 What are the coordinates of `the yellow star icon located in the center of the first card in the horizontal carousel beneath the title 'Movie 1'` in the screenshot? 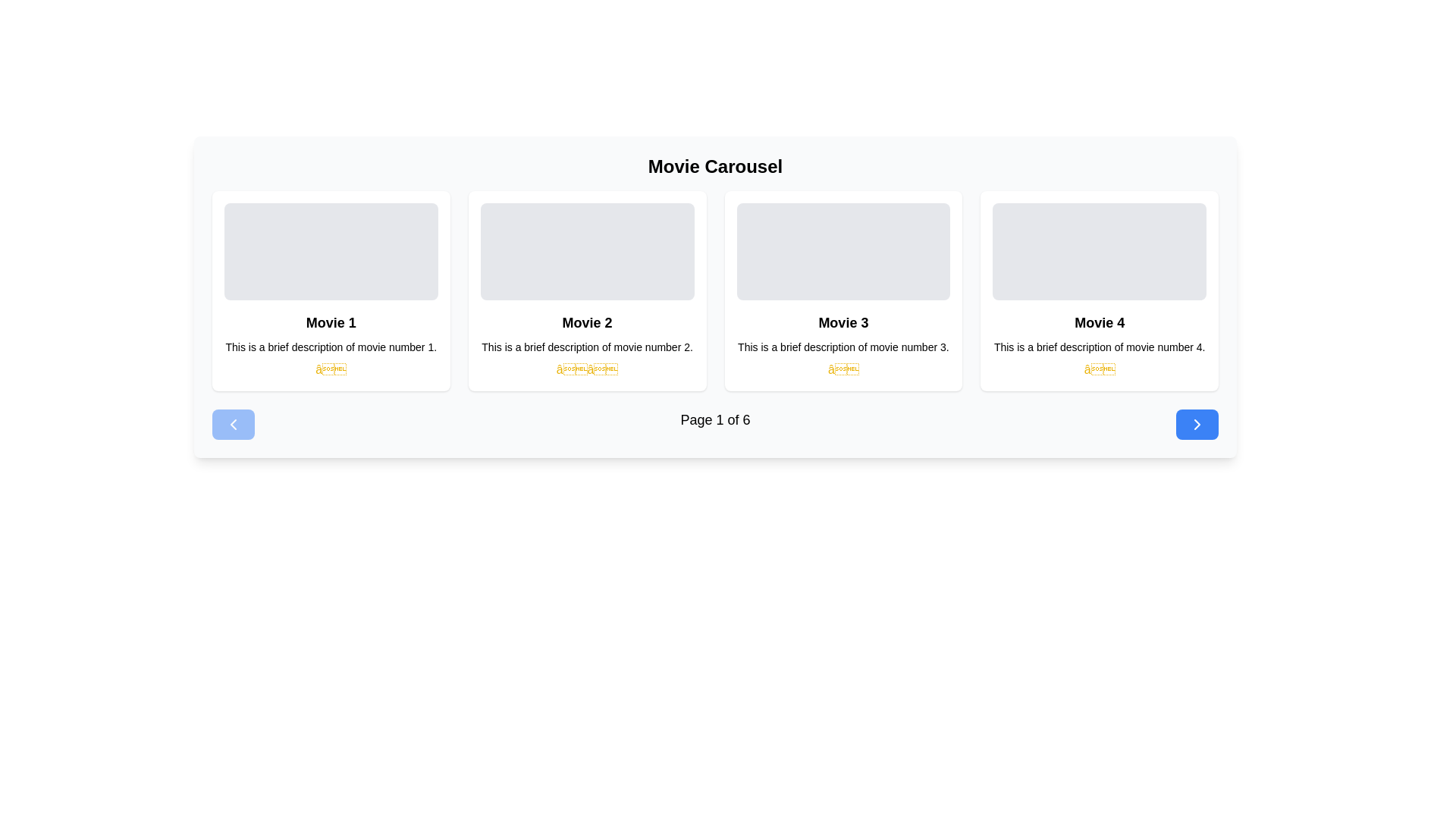 It's located at (330, 369).